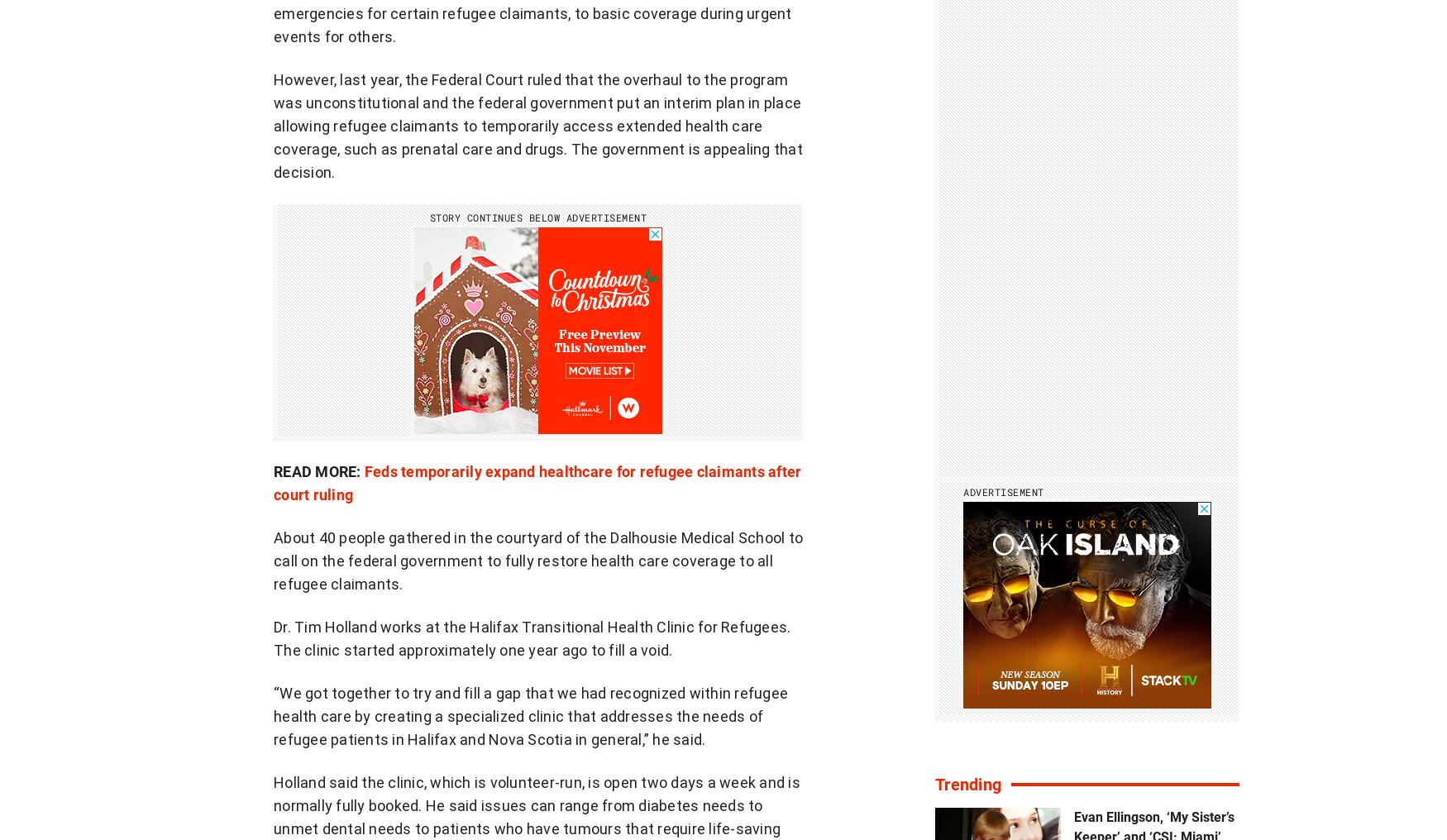  I want to click on 'Smart home', so click(862, 689).